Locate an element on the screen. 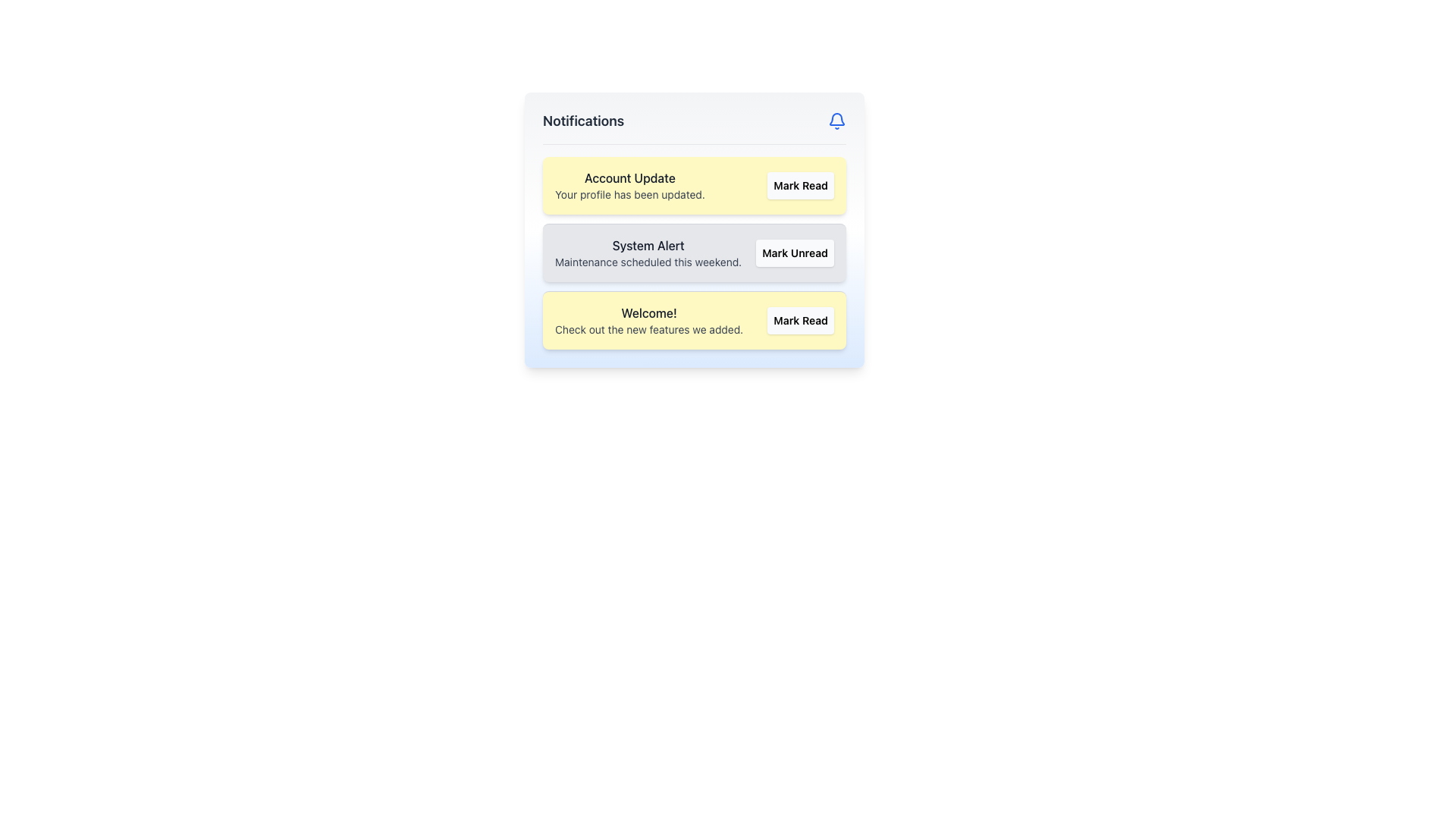 The width and height of the screenshot is (1456, 819). the bell icon in the notifications panel, located to the right of the 'Notifications' text, which is styled with a blue outline is located at coordinates (836, 118).